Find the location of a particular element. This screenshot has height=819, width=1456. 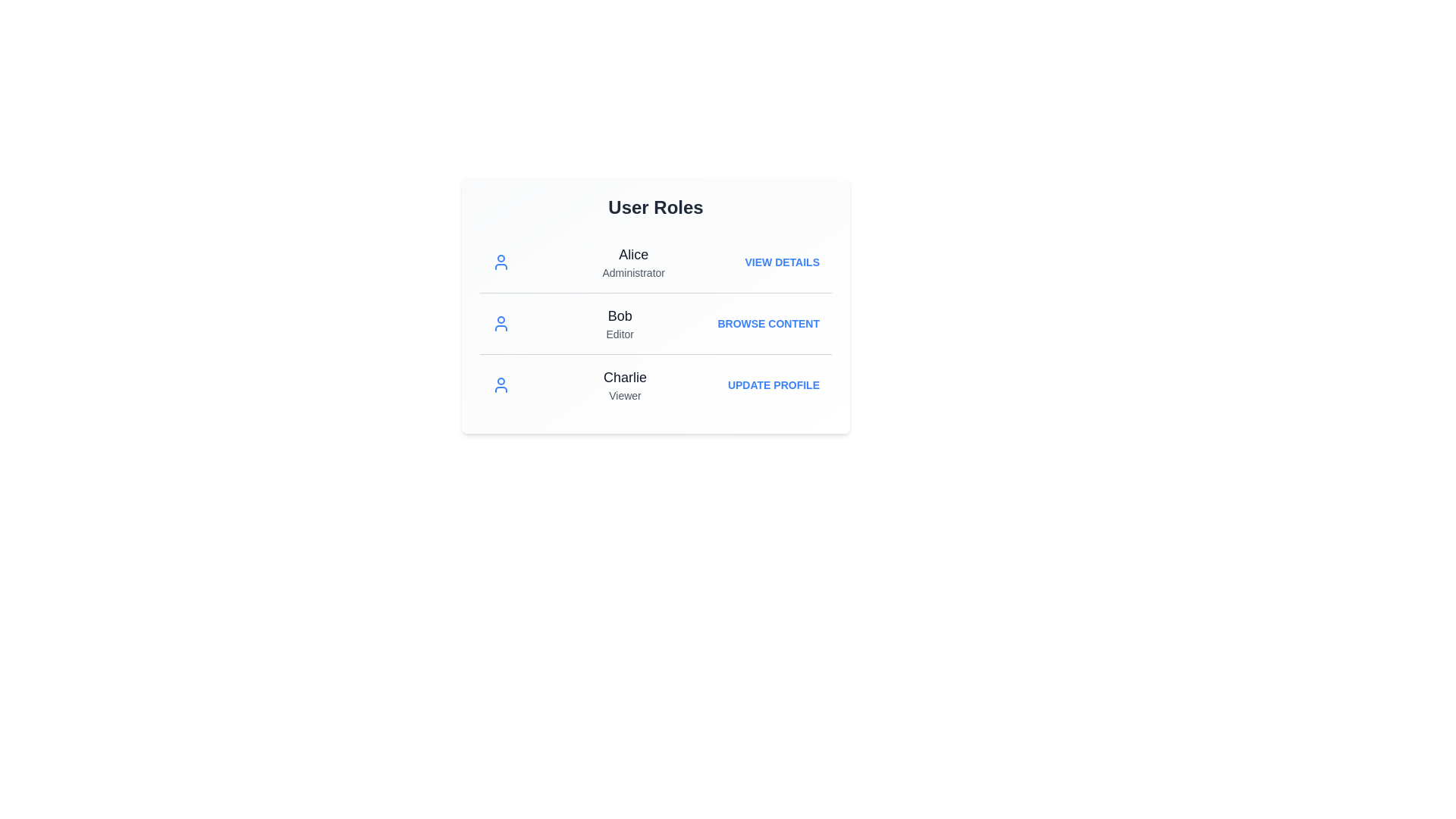

the link on the far-right of the user information row for 'Charlie' is located at coordinates (773, 384).